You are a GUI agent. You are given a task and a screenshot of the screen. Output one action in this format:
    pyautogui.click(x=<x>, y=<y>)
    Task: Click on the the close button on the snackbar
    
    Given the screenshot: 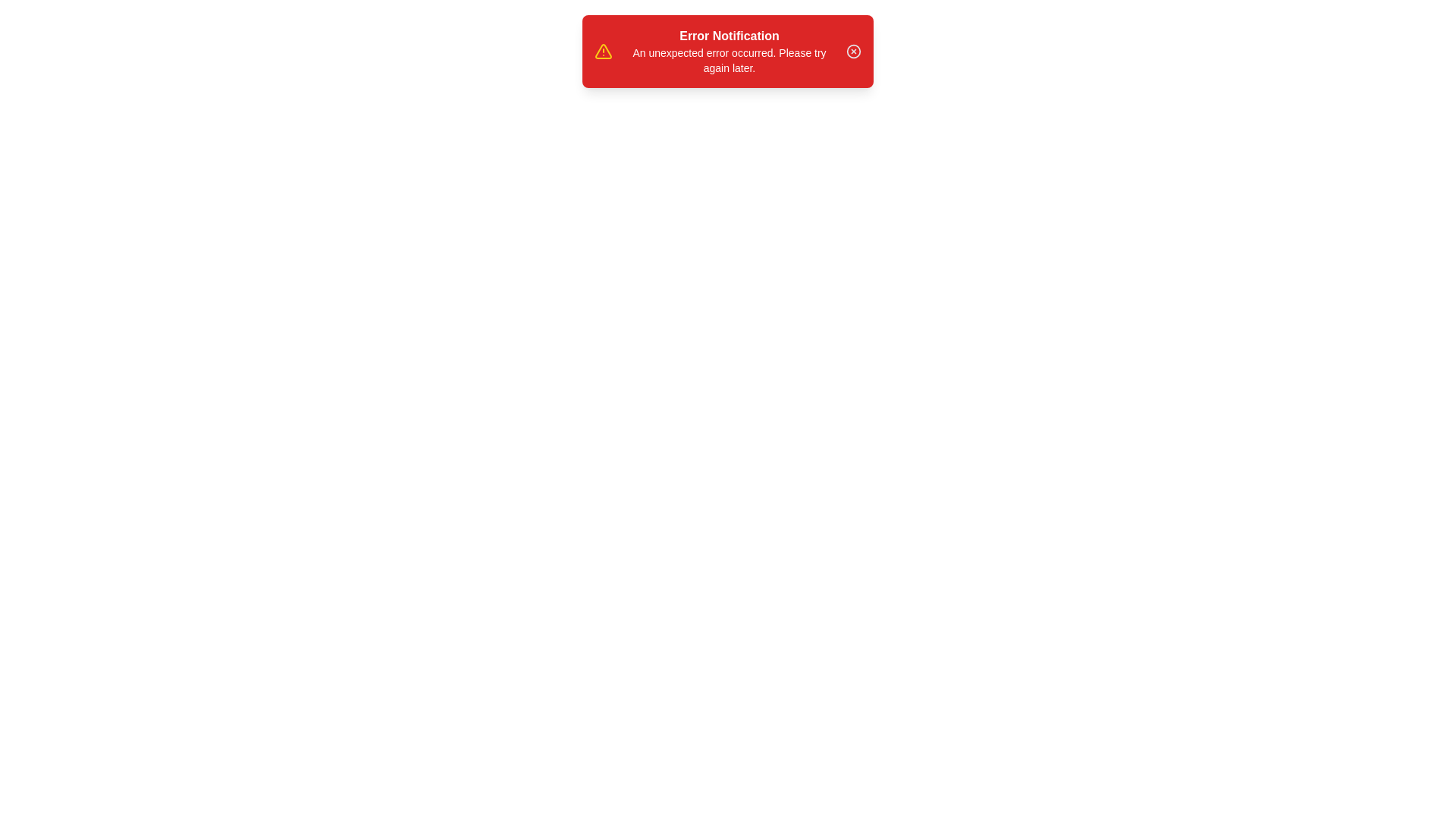 What is the action you would take?
    pyautogui.click(x=854, y=51)
    